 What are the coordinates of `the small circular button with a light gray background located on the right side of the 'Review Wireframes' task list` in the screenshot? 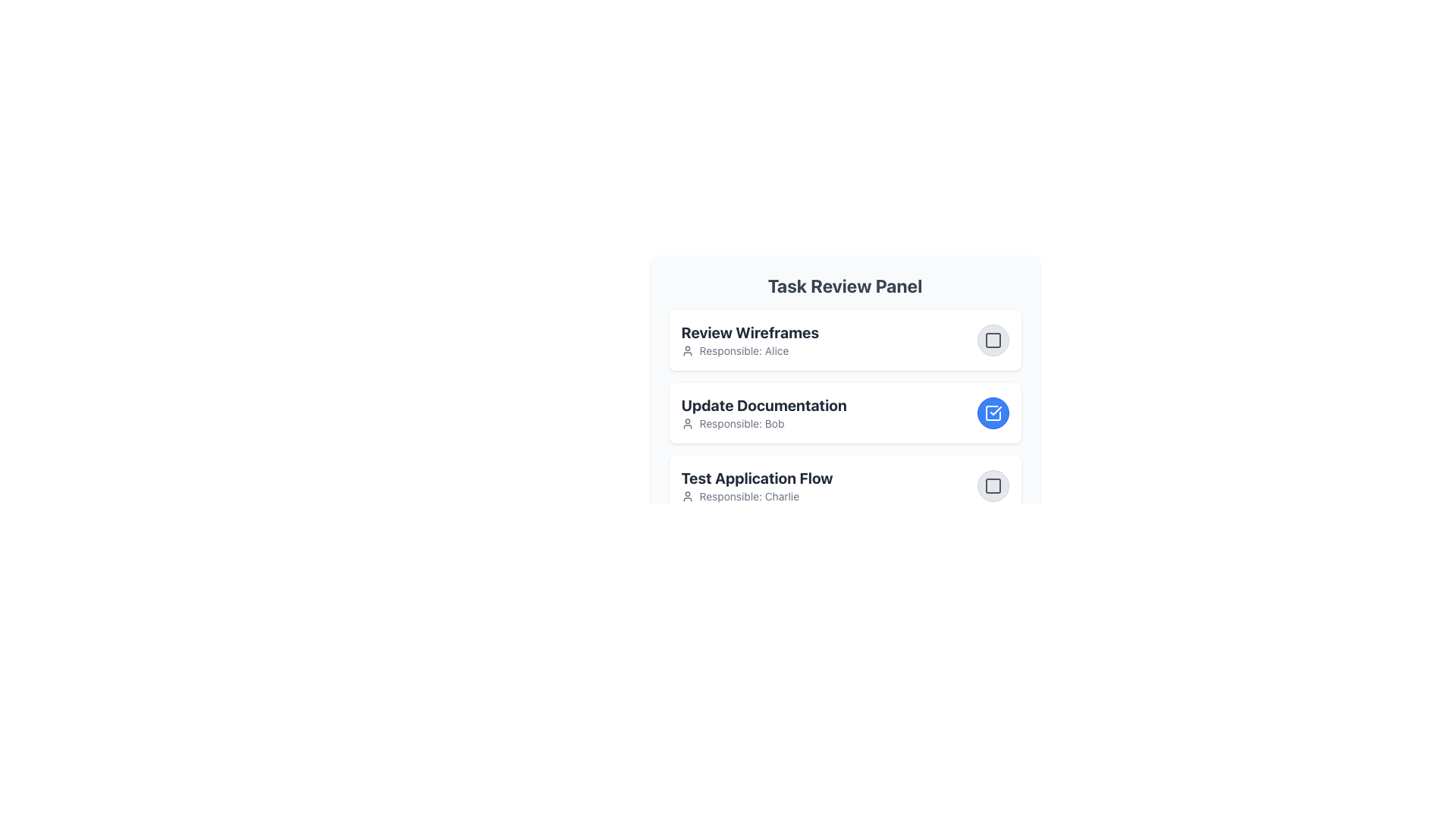 It's located at (993, 339).